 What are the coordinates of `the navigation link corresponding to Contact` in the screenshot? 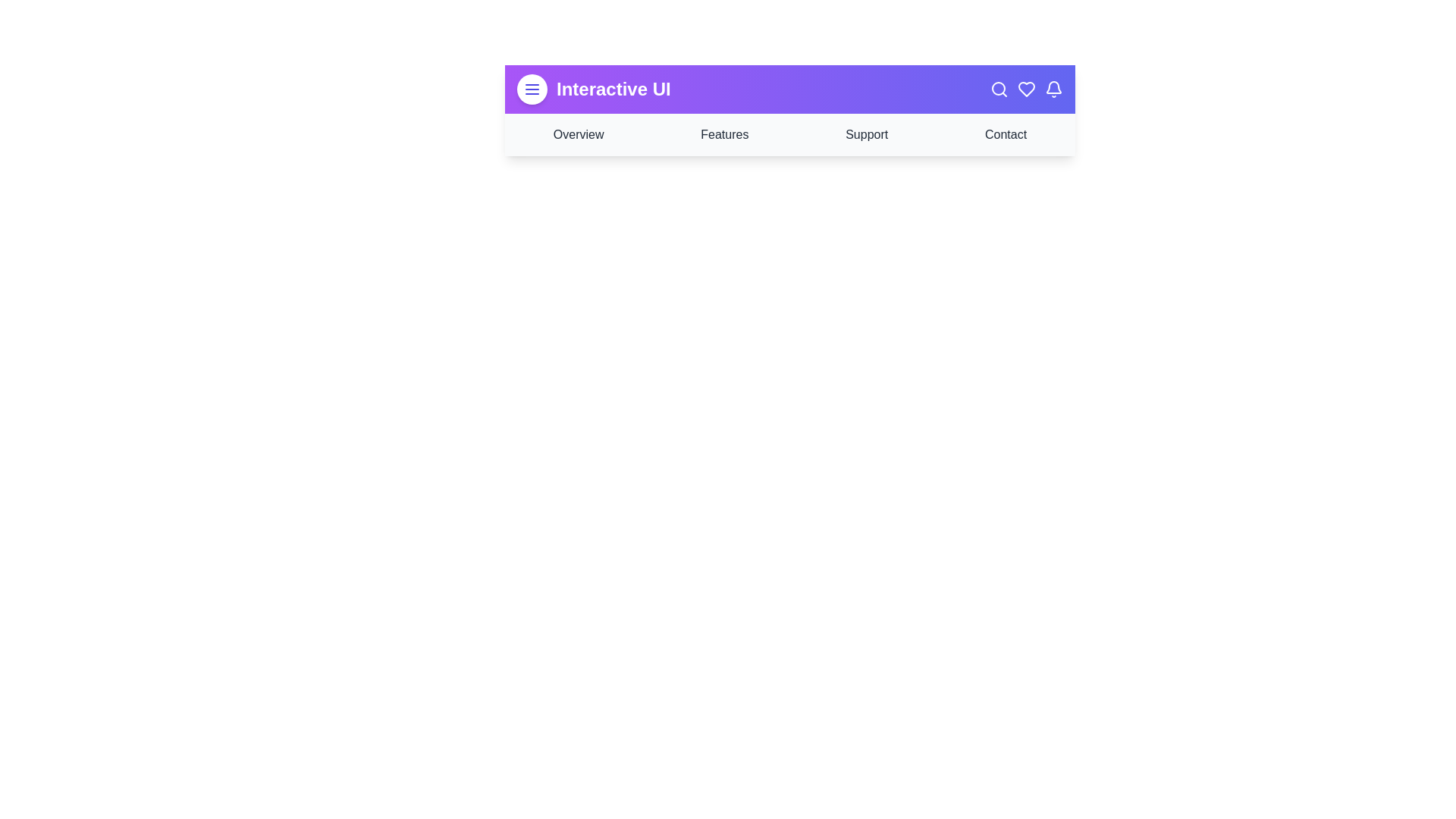 It's located at (1005, 133).